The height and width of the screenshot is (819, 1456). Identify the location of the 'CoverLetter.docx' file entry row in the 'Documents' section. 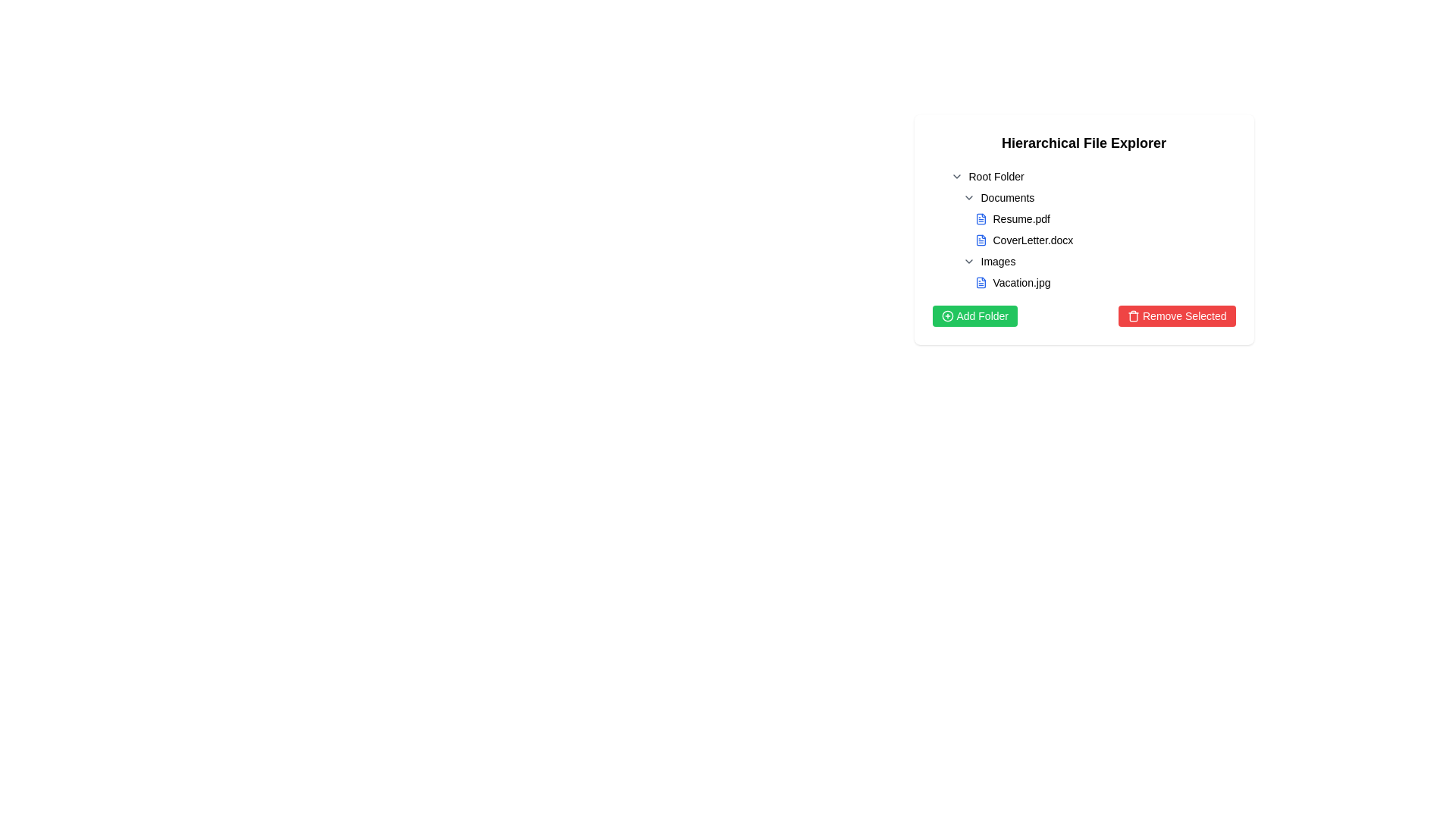
(1102, 239).